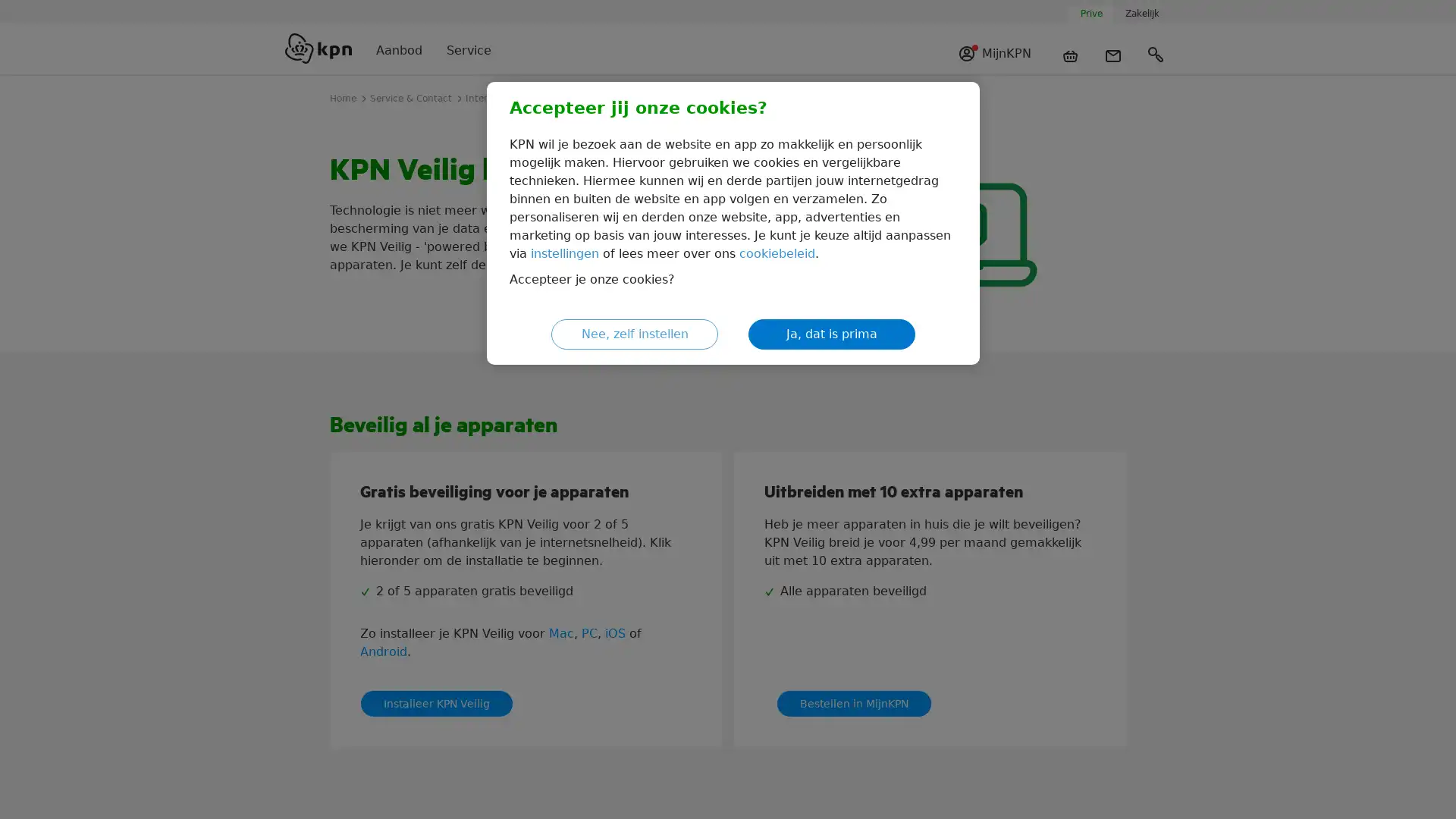 Image resolution: width=1456 pixels, height=819 pixels. What do you see at coordinates (996, 46) in the screenshot?
I see `MijnKPN` at bounding box center [996, 46].